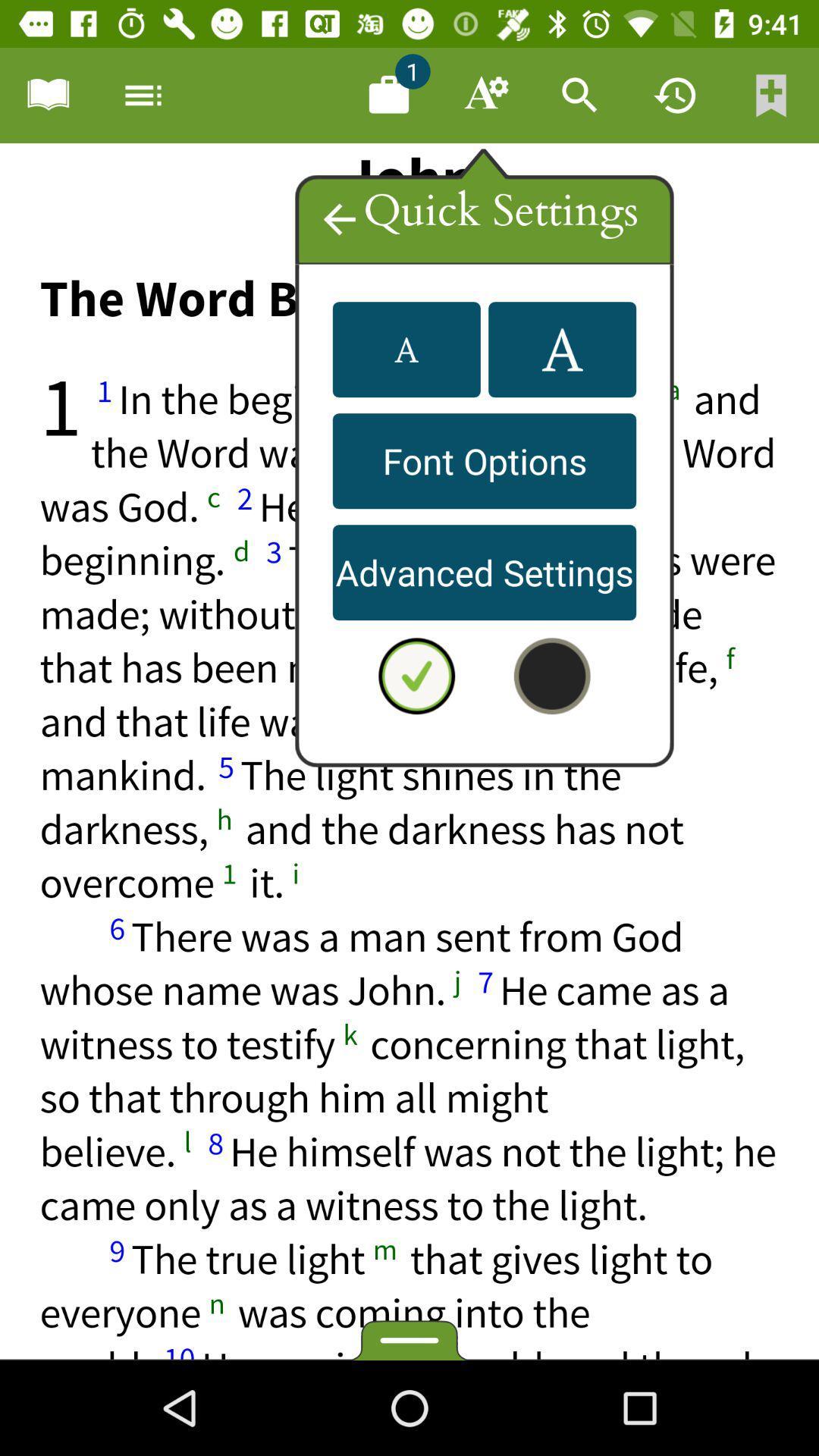  What do you see at coordinates (485, 94) in the screenshot?
I see `text settings` at bounding box center [485, 94].